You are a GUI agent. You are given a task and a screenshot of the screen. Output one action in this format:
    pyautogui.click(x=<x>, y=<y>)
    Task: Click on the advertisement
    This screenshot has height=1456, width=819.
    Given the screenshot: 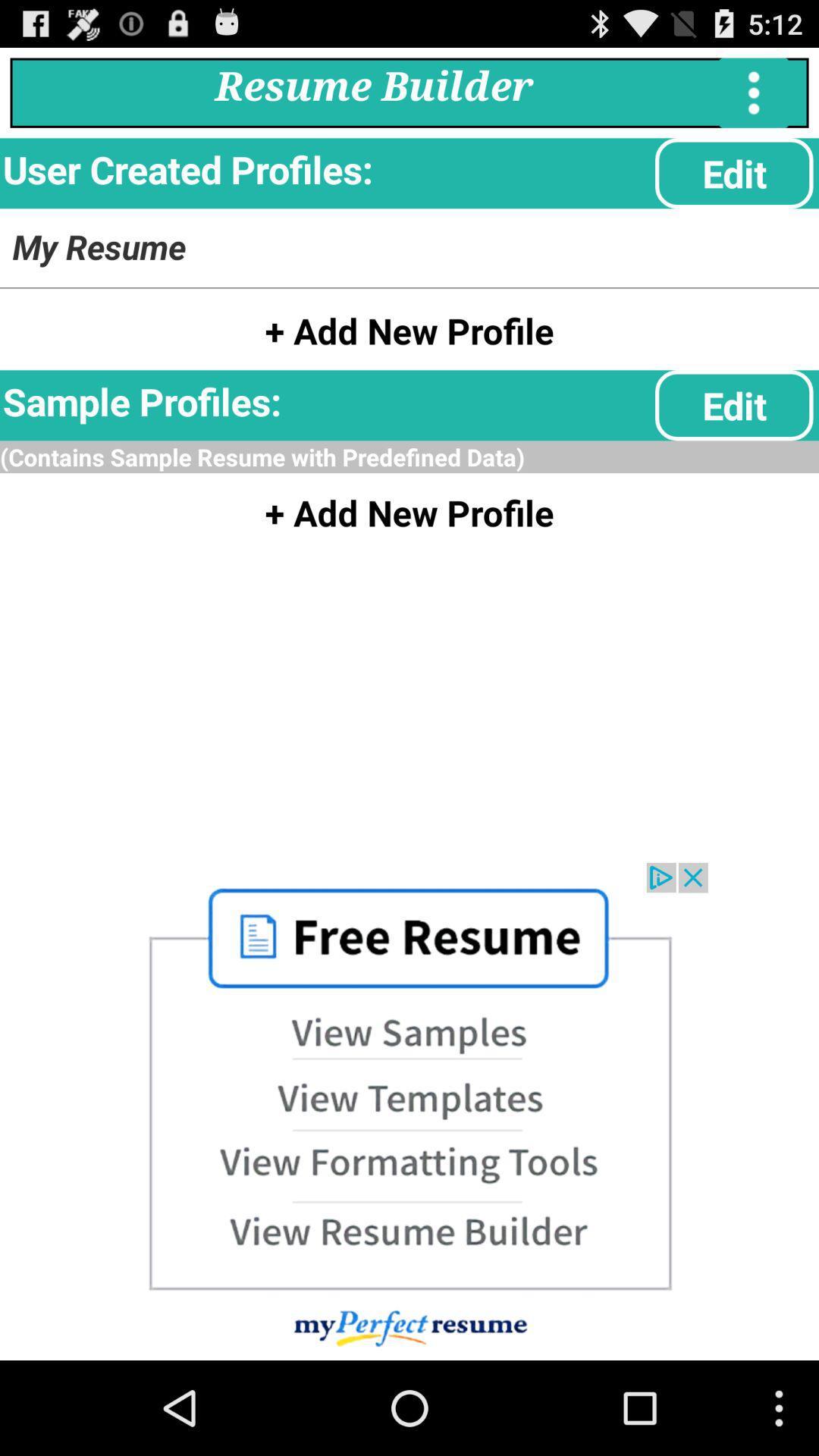 What is the action you would take?
    pyautogui.click(x=409, y=1111)
    